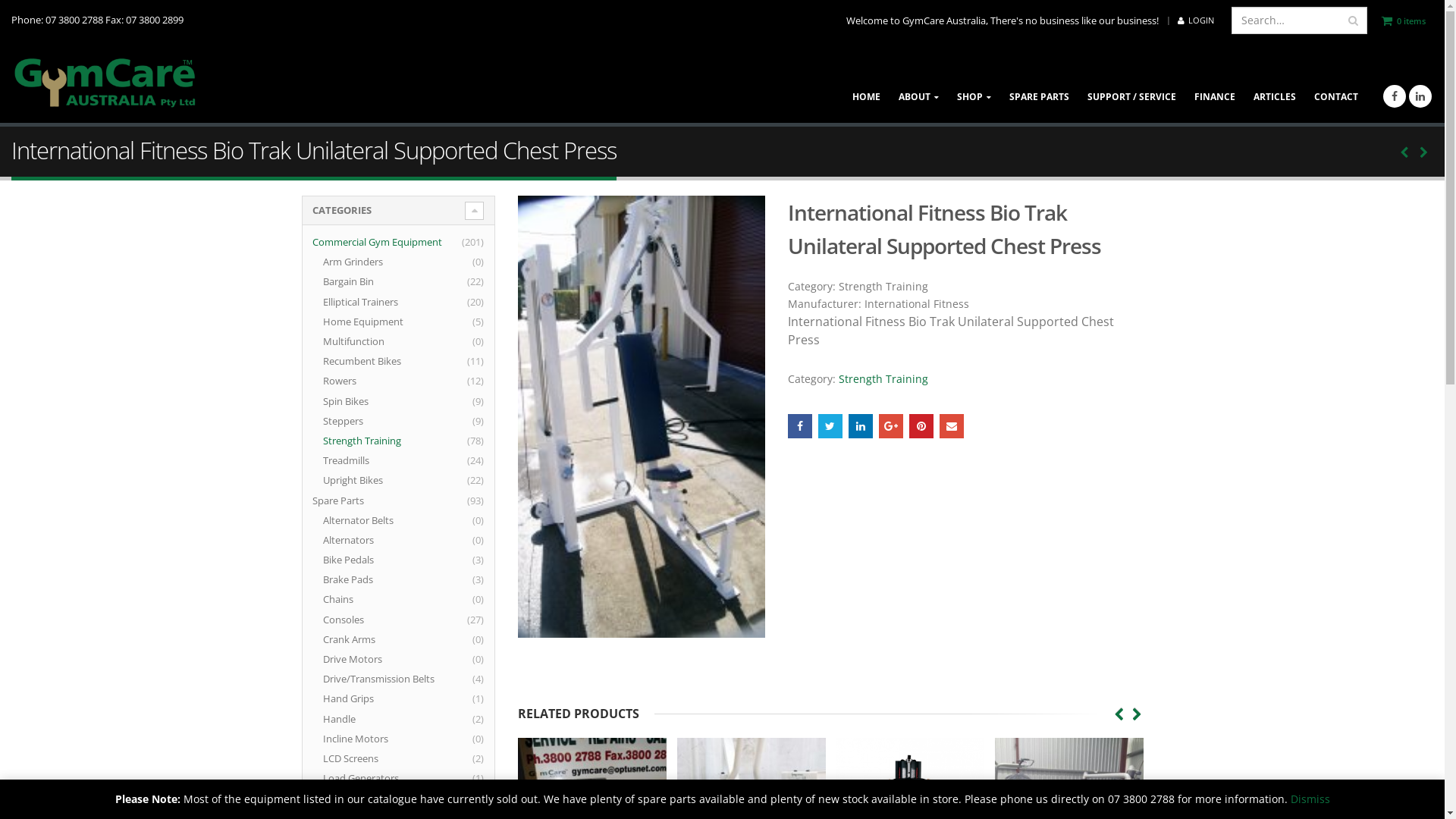  What do you see at coordinates (105, 82) in the screenshot?
I see `'GymCare Australia - There's no business like our business'` at bounding box center [105, 82].